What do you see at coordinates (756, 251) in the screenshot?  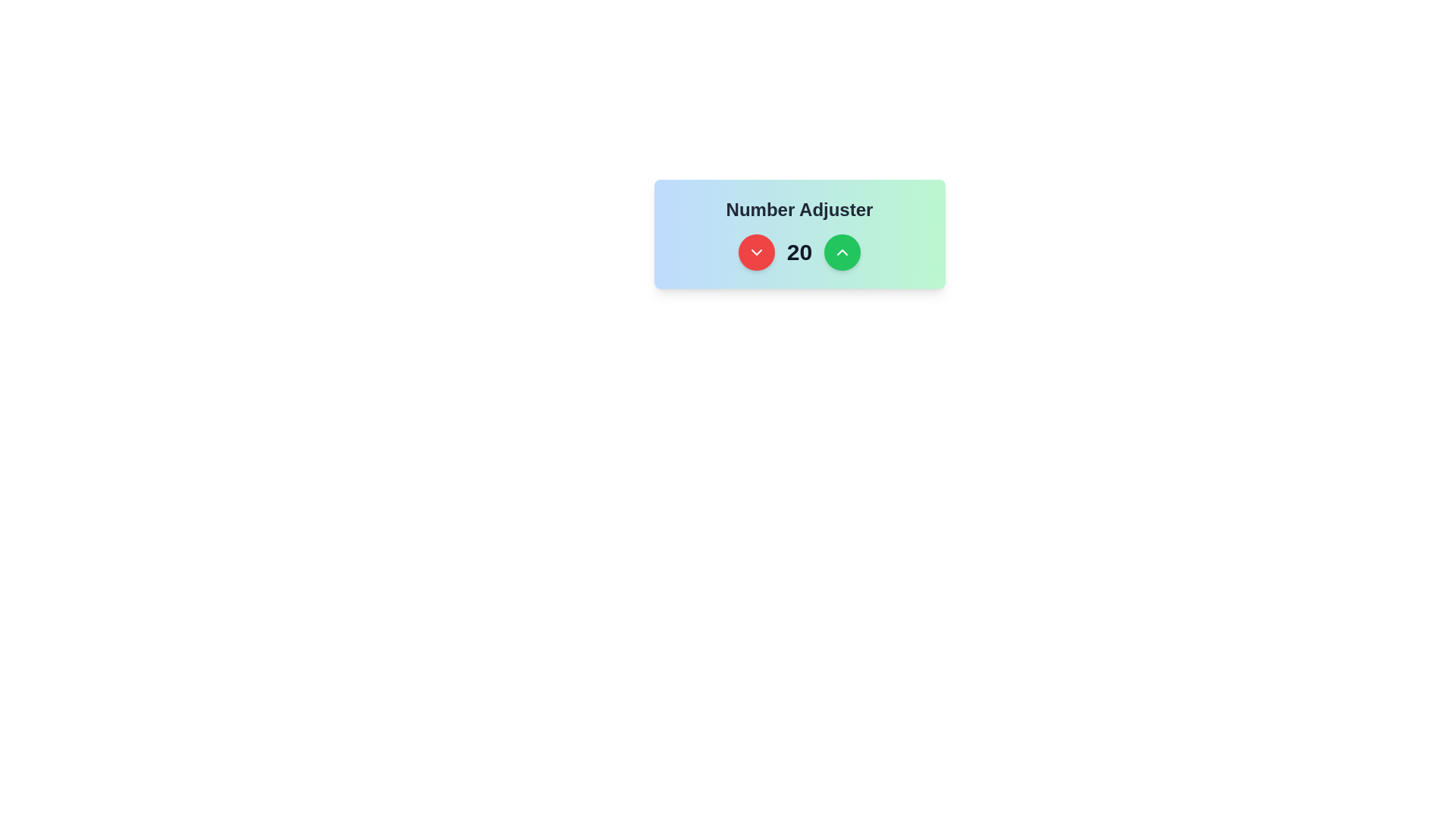 I see `the downward navigation icon located within the red circular button on the left side of the horizontal group under the 'Number Adjuster' label` at bounding box center [756, 251].